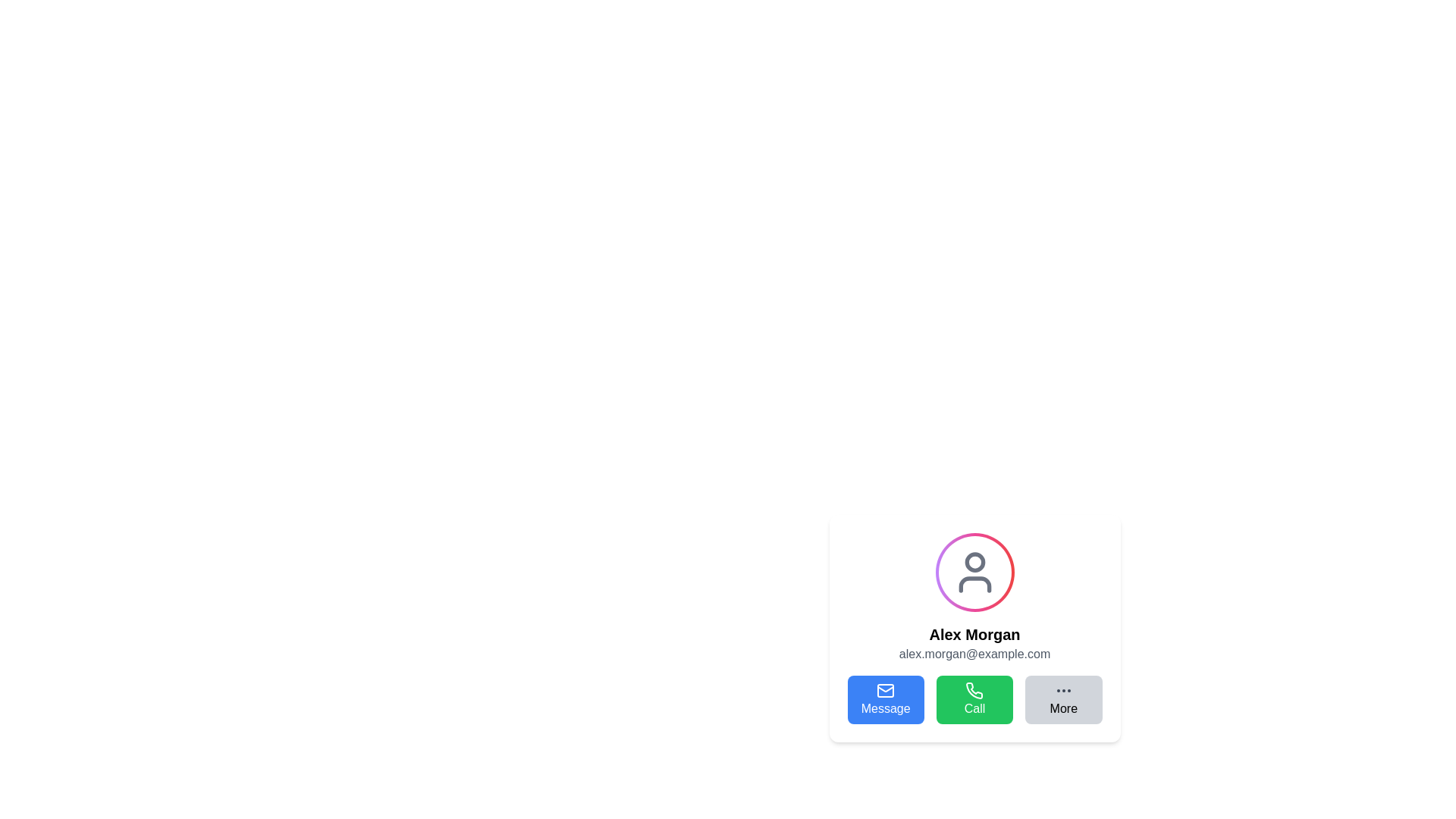  What do you see at coordinates (1062, 690) in the screenshot?
I see `the Ellipsis Icon located at the bottom-right of the profile card` at bounding box center [1062, 690].